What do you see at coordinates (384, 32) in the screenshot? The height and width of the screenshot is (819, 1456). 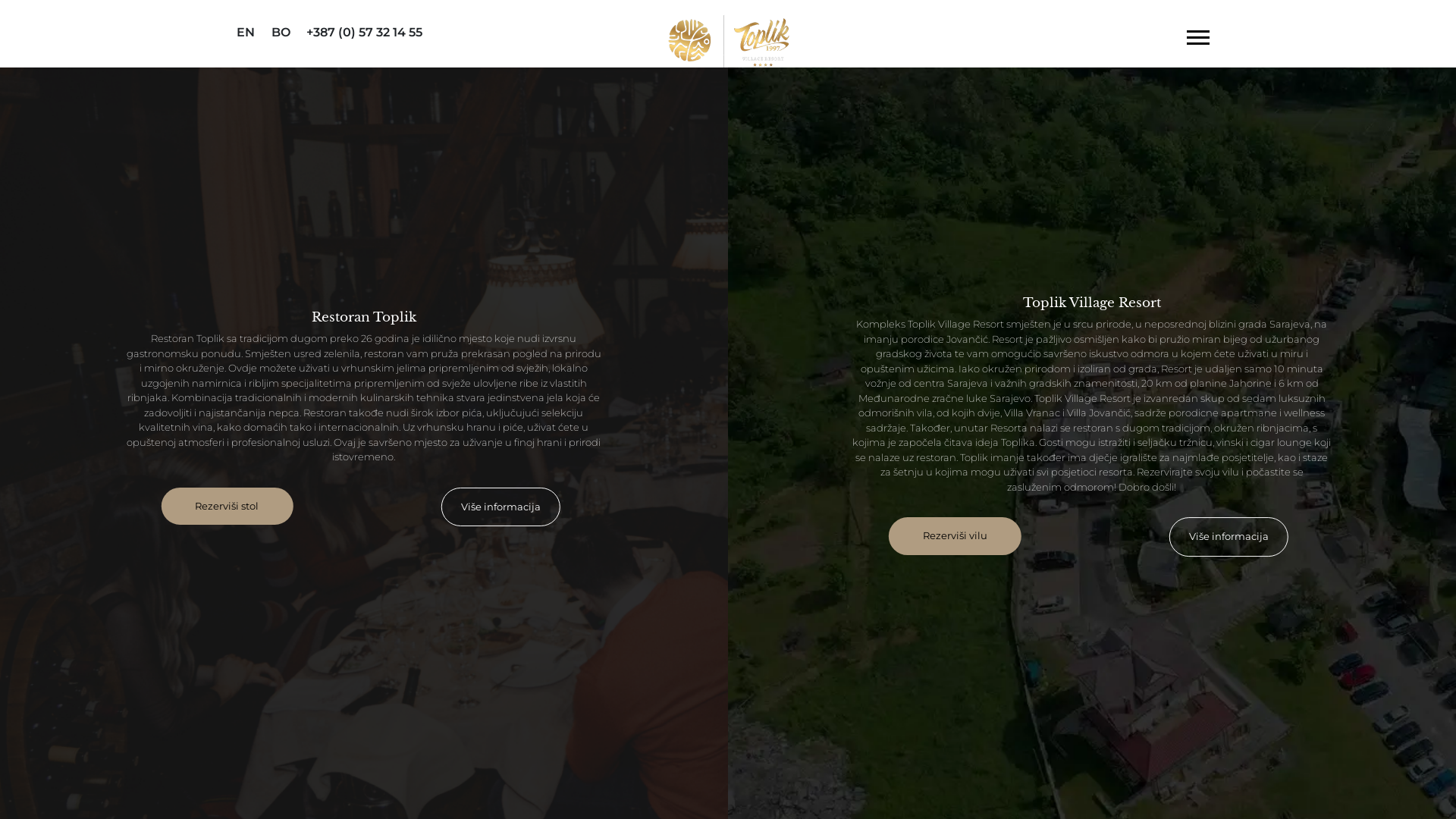 I see `'+387 (0) 57 32 14 55'` at bounding box center [384, 32].